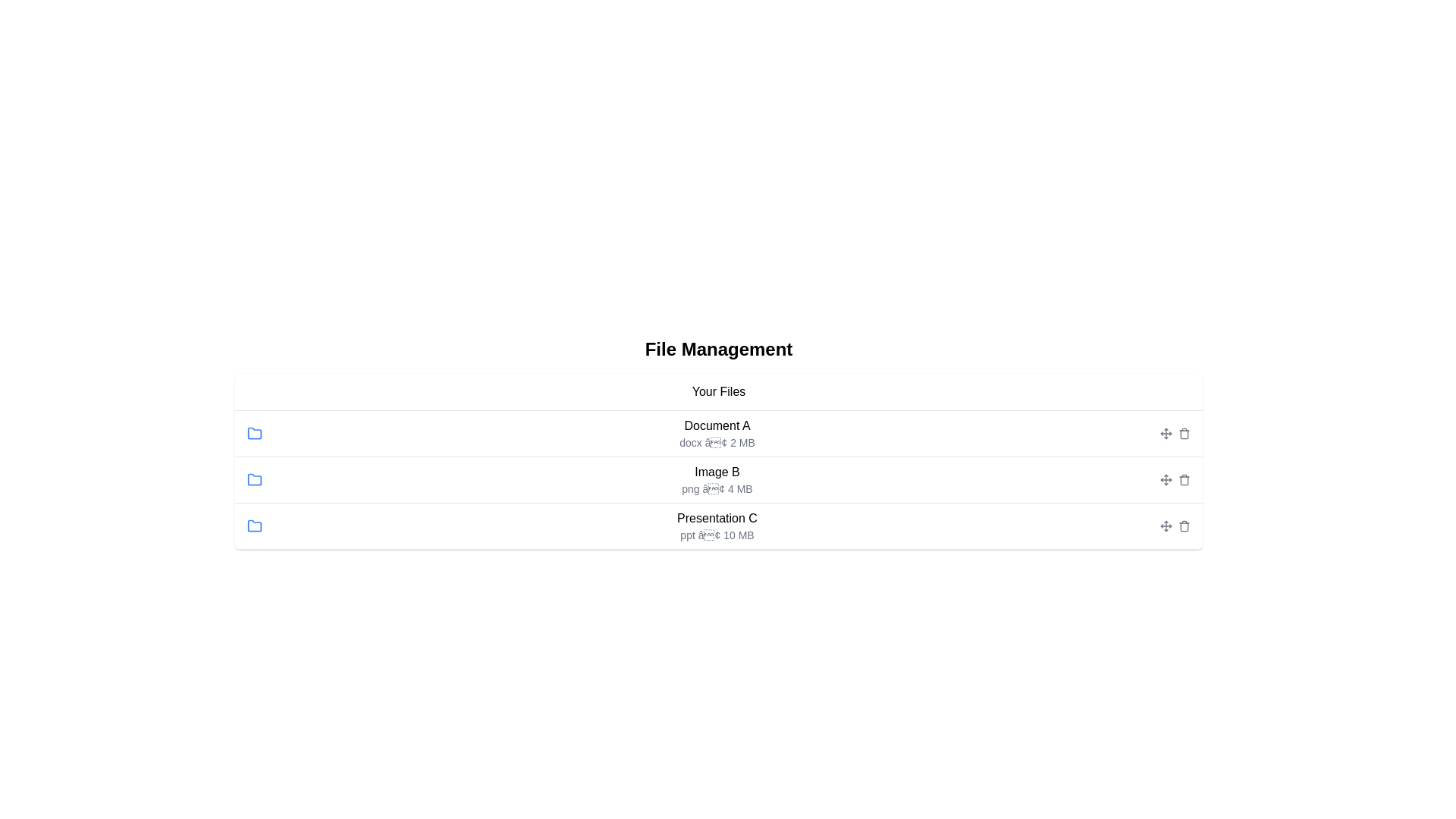 The width and height of the screenshot is (1456, 819). I want to click on the small gray icon button resembling a directional move marker located in the file management section, so click(1165, 479).